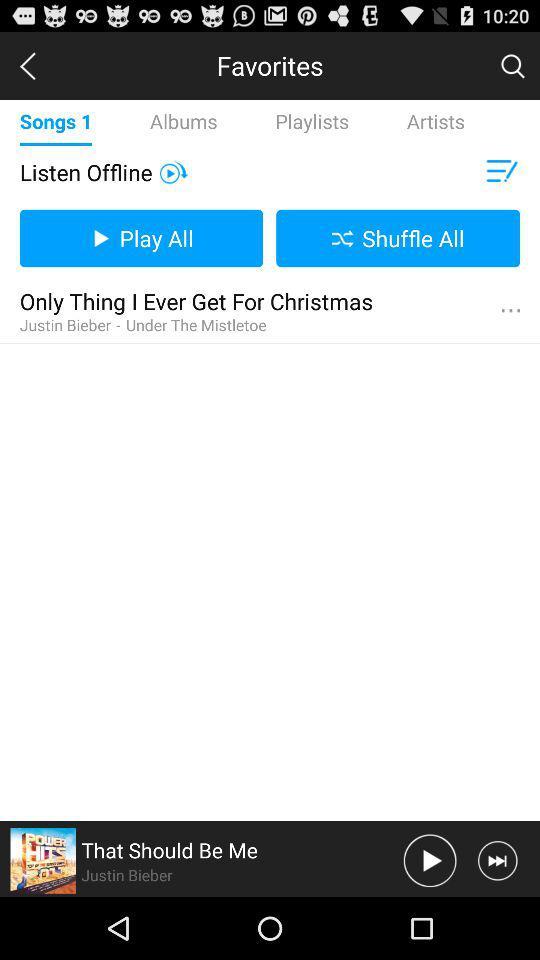 The width and height of the screenshot is (540, 960). What do you see at coordinates (173, 171) in the screenshot?
I see `the sound offline` at bounding box center [173, 171].